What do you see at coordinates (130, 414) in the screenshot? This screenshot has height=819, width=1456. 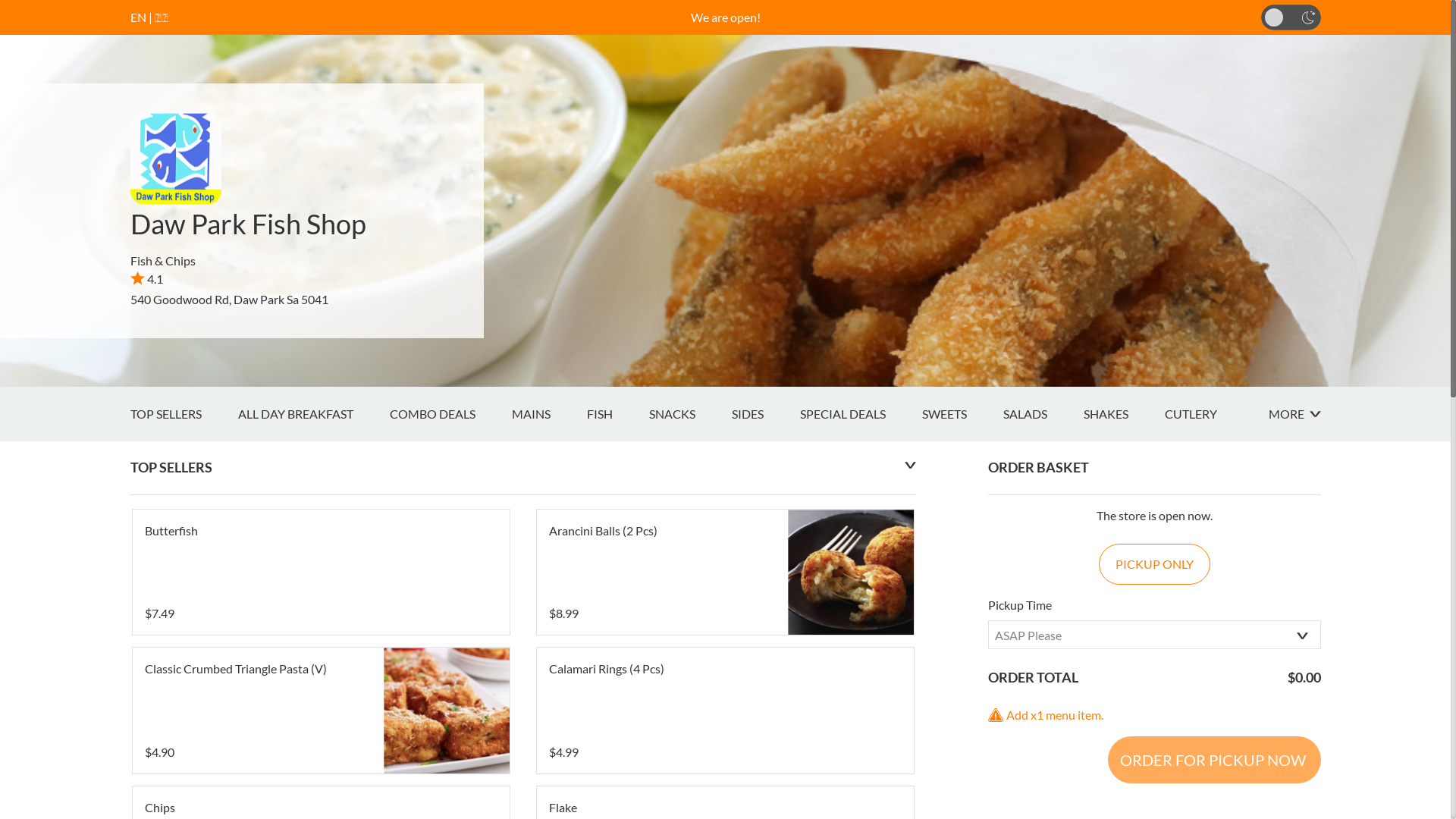 I see `'TOP SELLERS'` at bounding box center [130, 414].